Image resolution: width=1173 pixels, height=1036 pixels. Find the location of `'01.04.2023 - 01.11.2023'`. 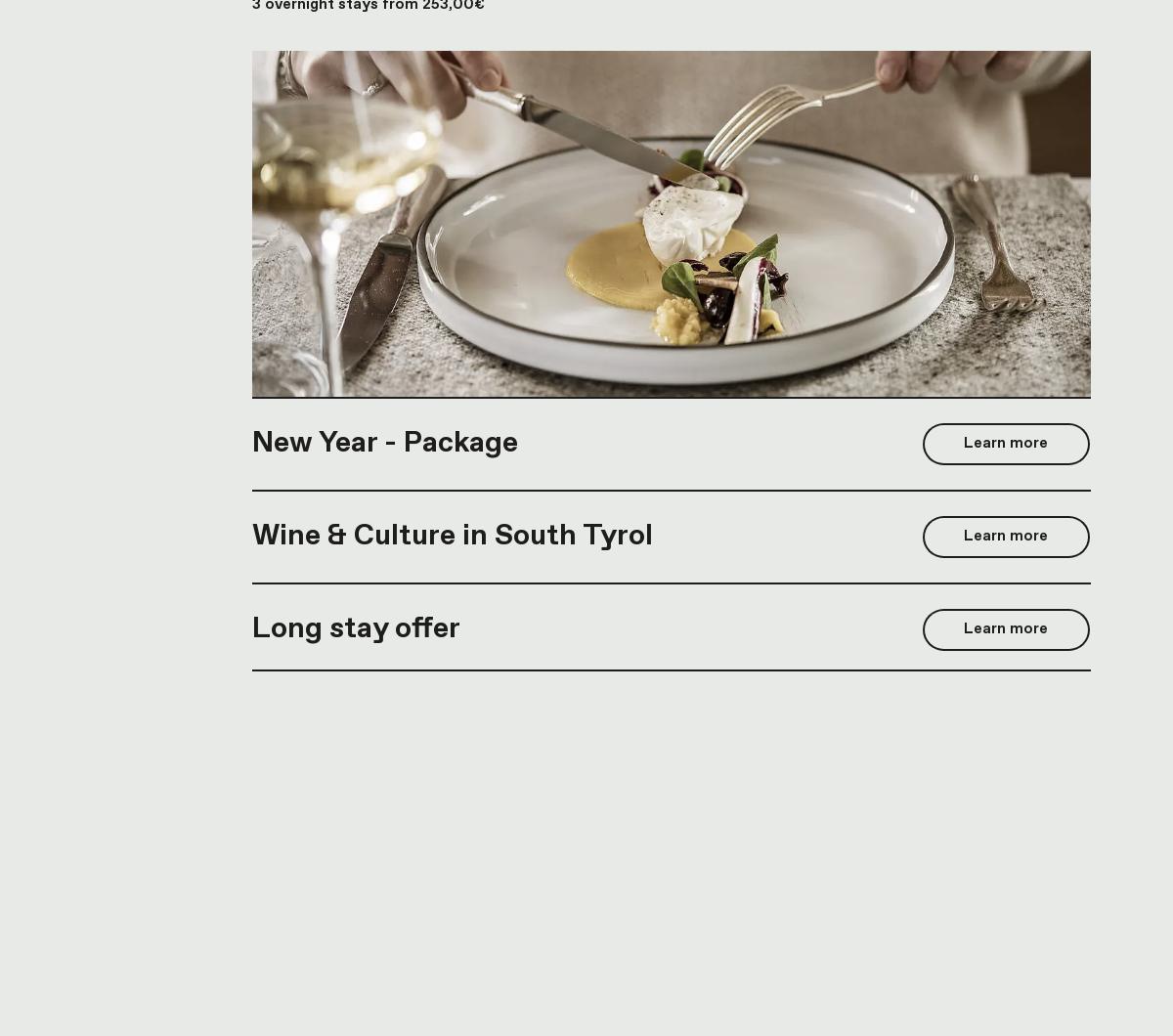

'01.04.2023 - 01.11.2023' is located at coordinates (336, 591).